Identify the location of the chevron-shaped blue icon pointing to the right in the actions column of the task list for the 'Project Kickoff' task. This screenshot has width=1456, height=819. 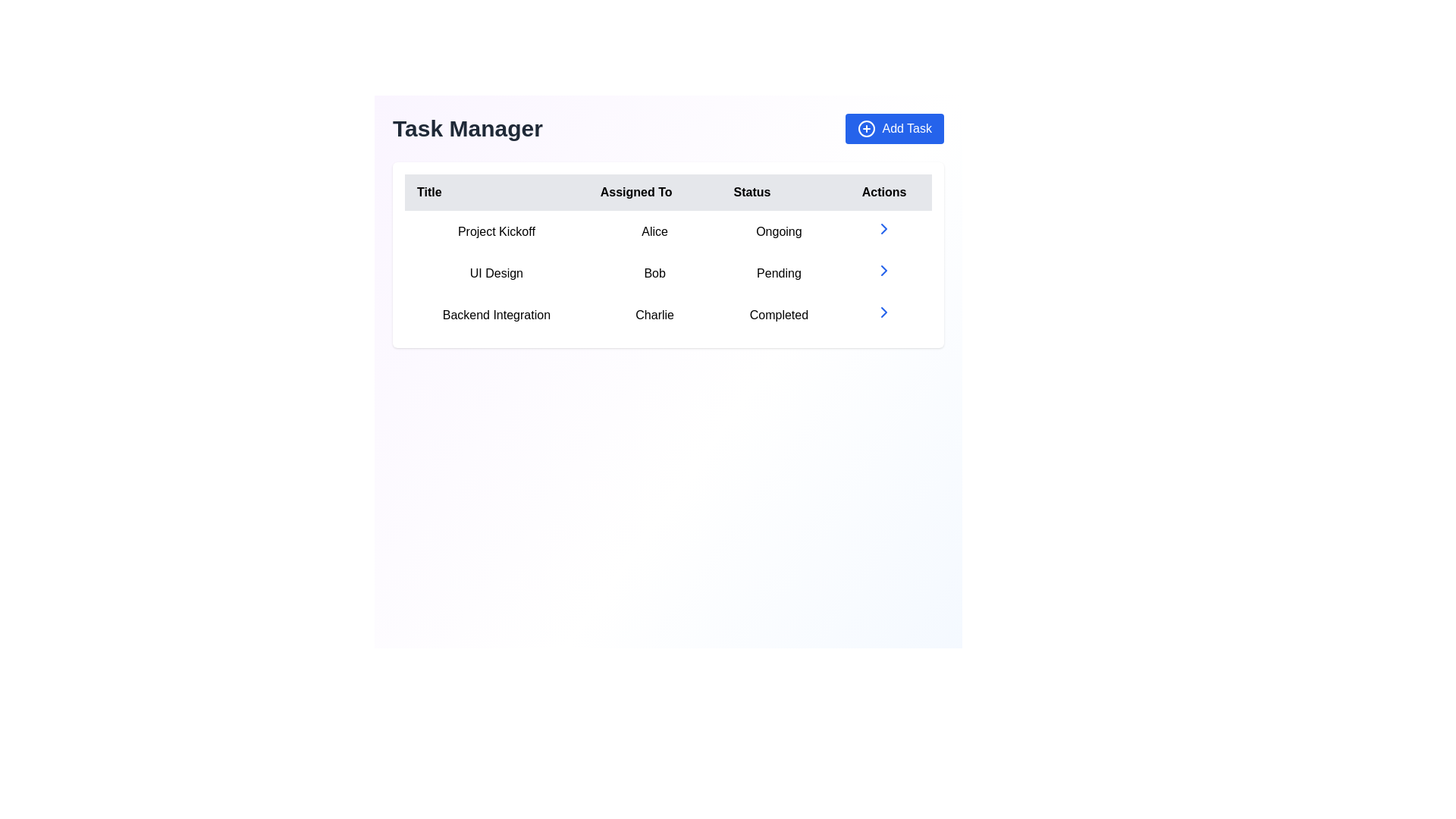
(884, 228).